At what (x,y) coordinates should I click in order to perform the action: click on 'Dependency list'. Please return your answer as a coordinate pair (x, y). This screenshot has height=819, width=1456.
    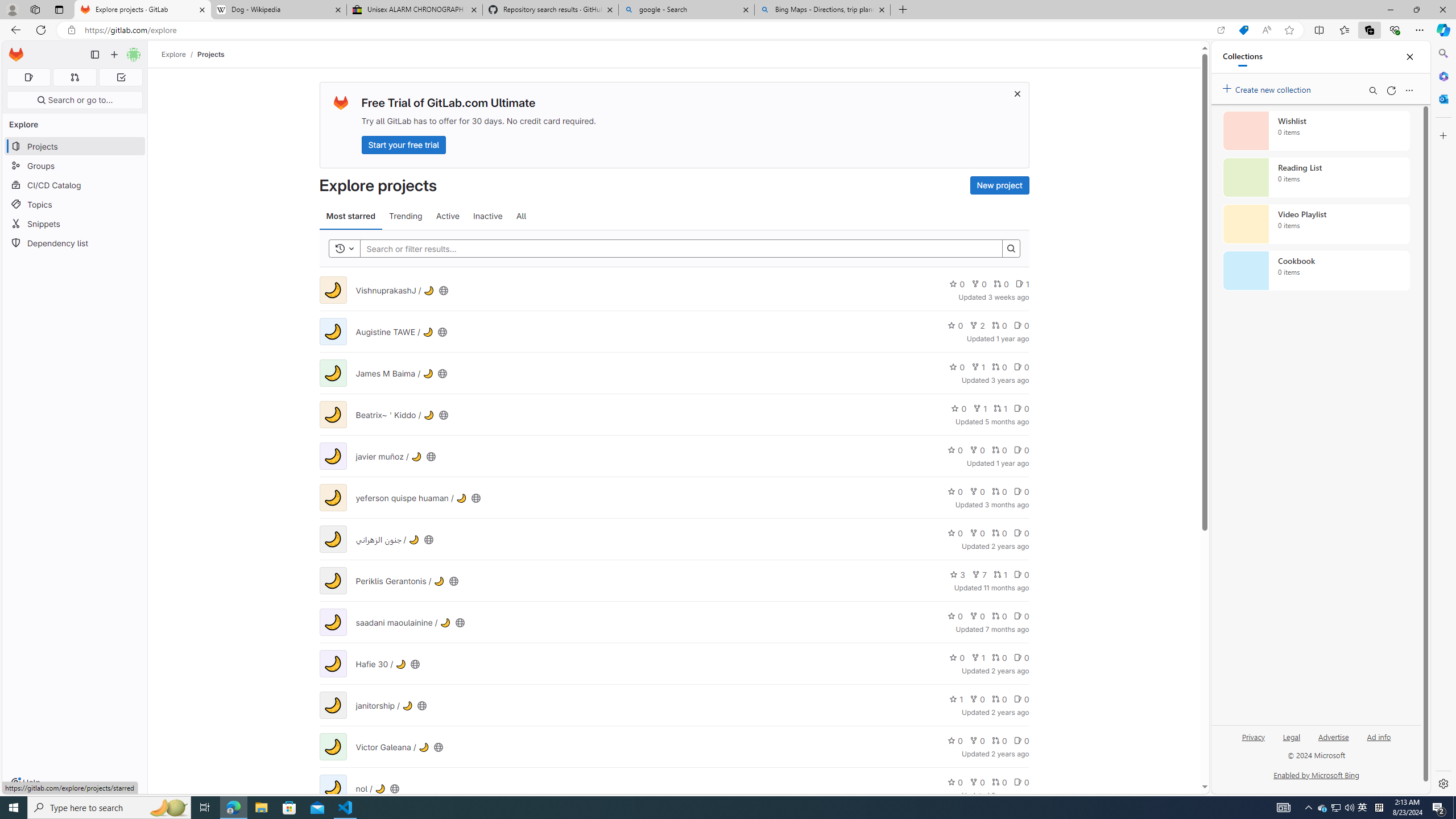
    Looking at the image, I should click on (74, 242).